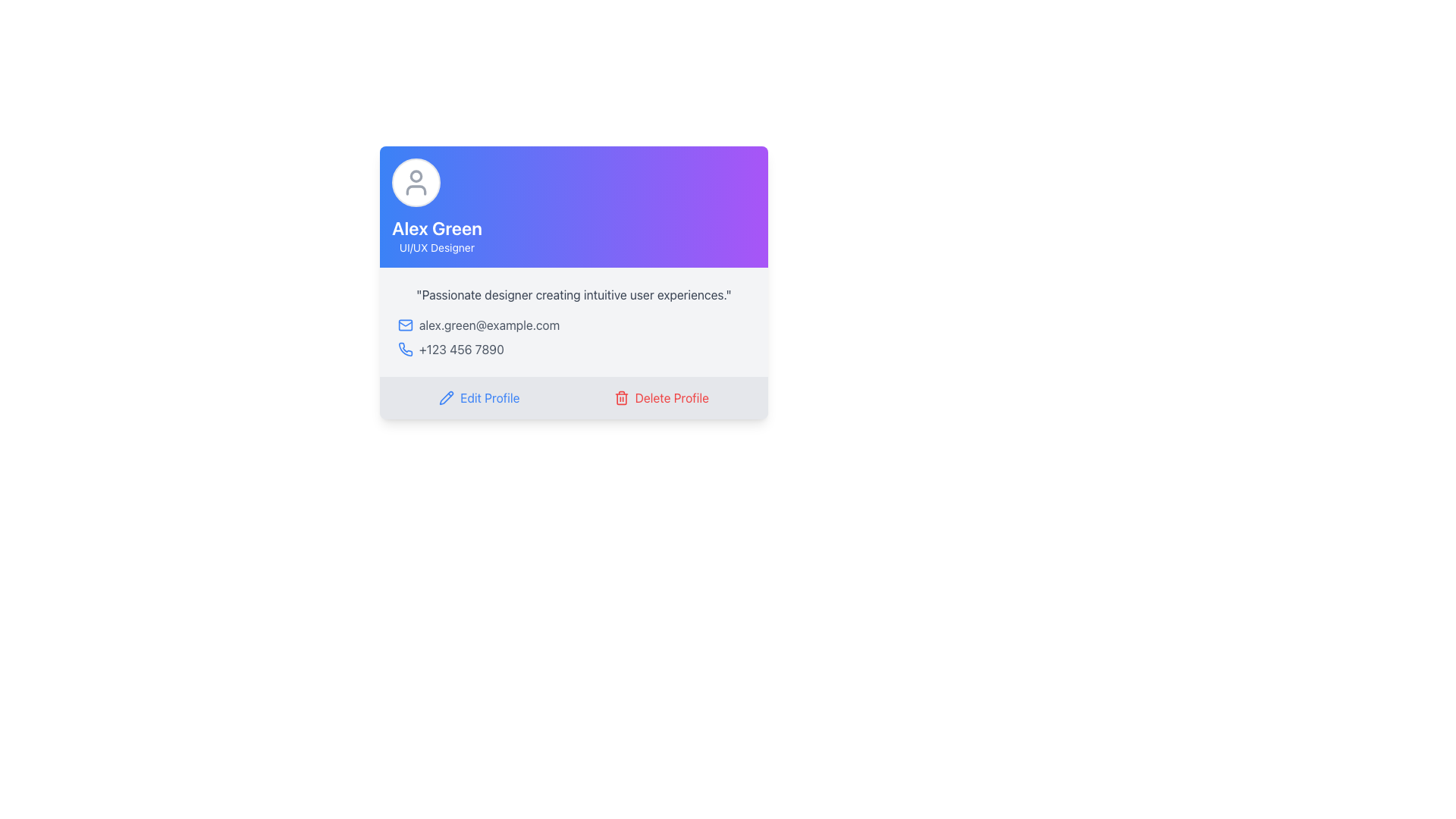  I want to click on the SVG Rectangle element that is part of the envelope icon accompanying the email address 'alex.green@example.com', so click(405, 324).